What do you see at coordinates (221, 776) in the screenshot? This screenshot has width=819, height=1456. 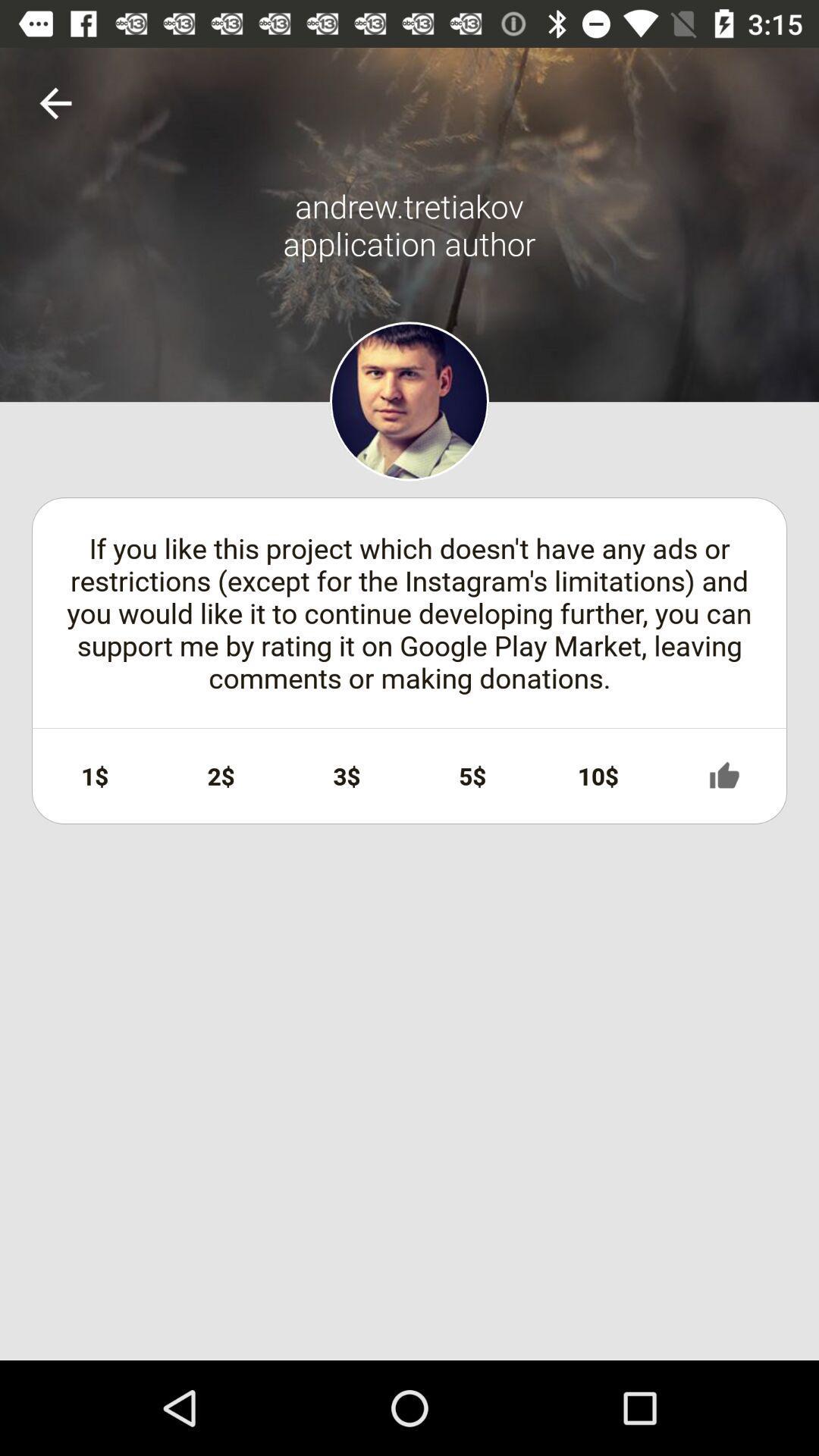 I see `icon next to 3$` at bounding box center [221, 776].